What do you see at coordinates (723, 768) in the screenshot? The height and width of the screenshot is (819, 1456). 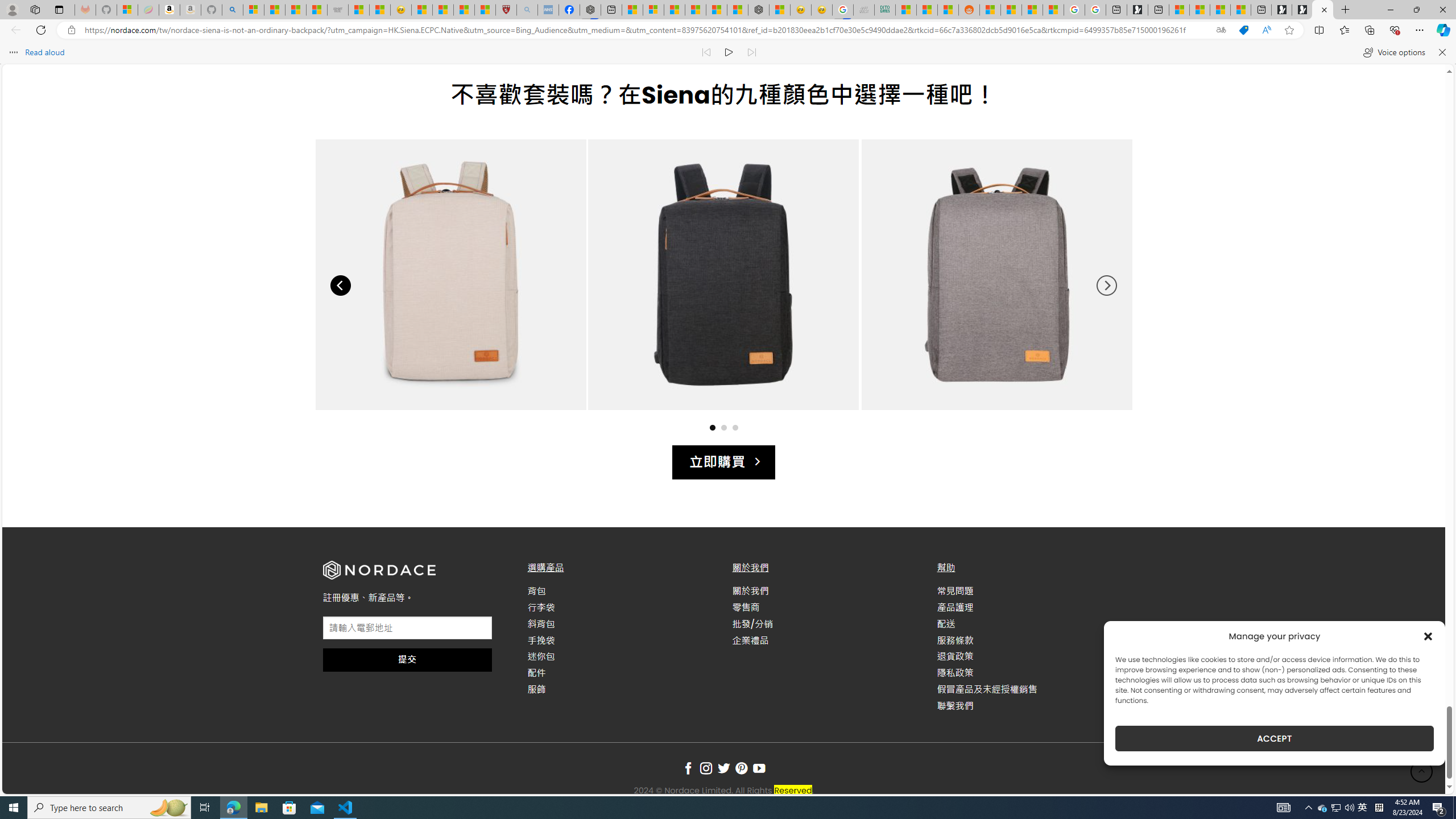 I see `'Follow on Twitter'` at bounding box center [723, 768].